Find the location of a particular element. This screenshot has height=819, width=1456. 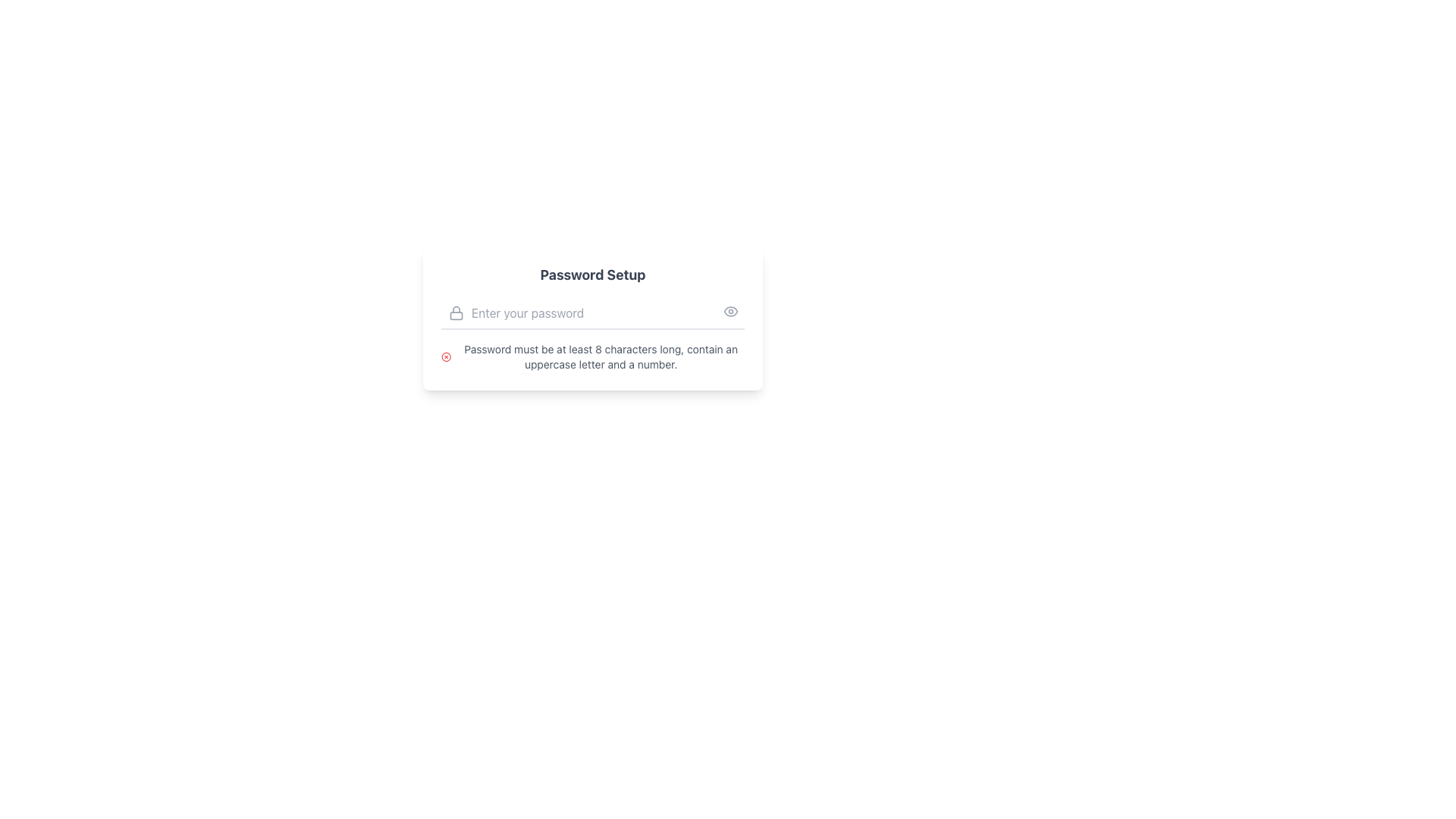

the lock-shaped icon located near the top-left corner of the password input field is located at coordinates (455, 312).